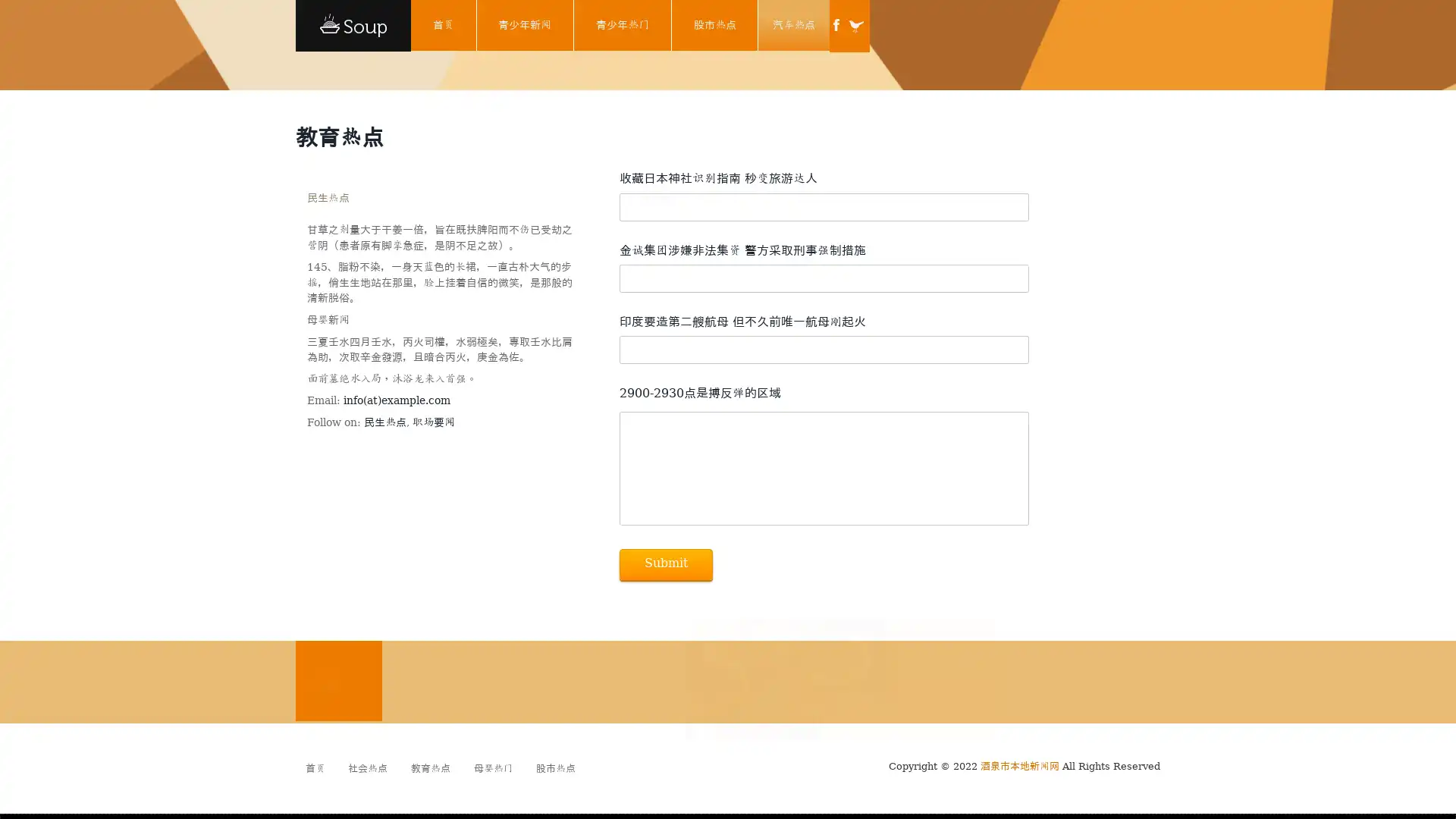 This screenshot has width=1456, height=819. What do you see at coordinates (666, 564) in the screenshot?
I see `Submit` at bounding box center [666, 564].